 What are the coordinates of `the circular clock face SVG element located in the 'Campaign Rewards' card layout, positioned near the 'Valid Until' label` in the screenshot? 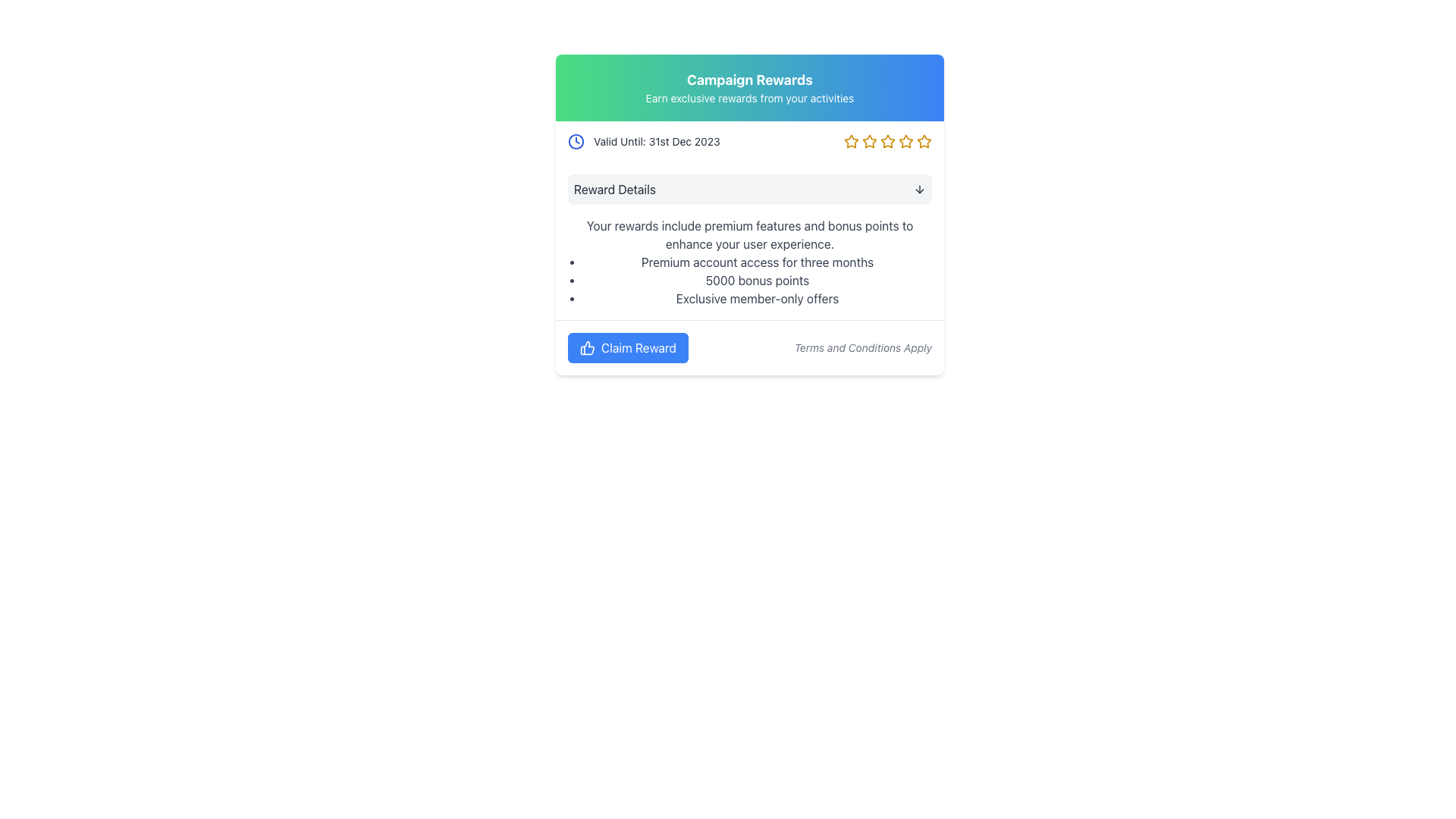 It's located at (575, 141).